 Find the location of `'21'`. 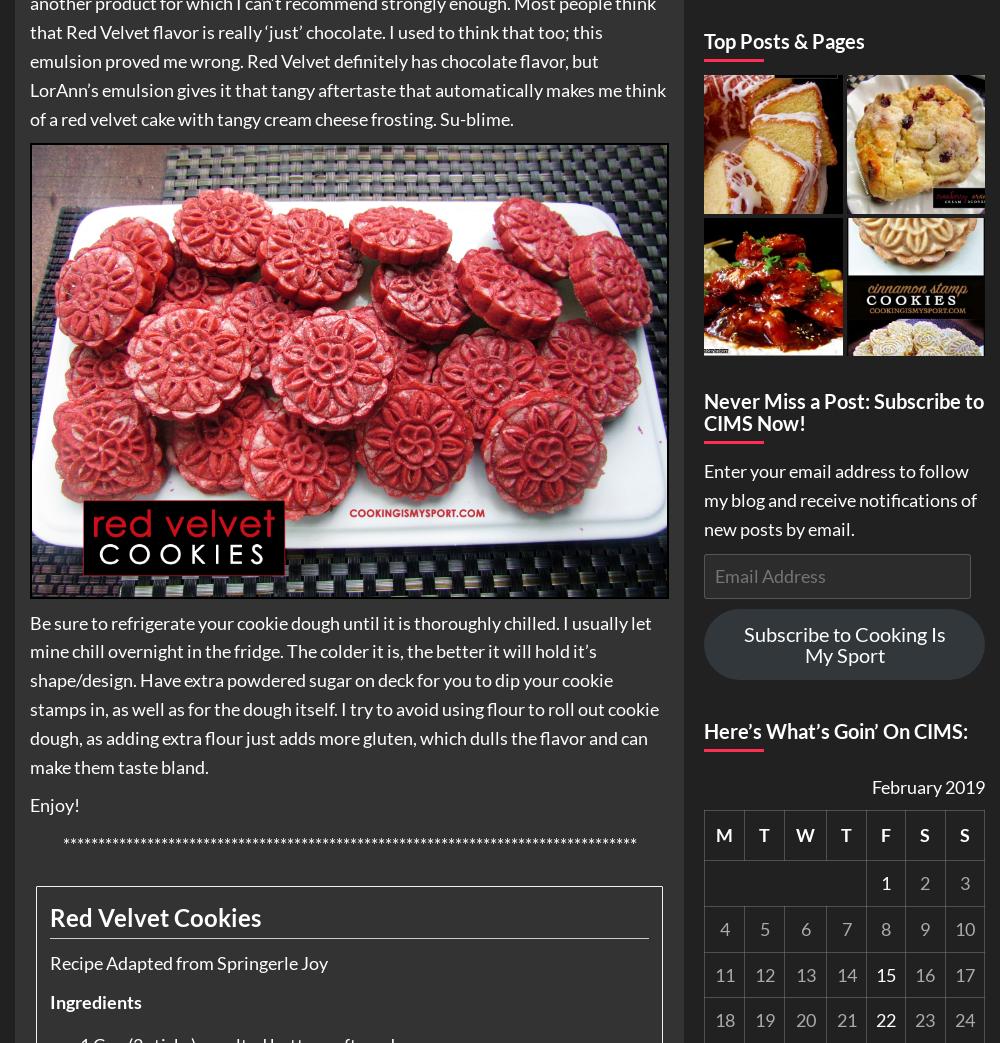

'21' is located at coordinates (845, 1019).